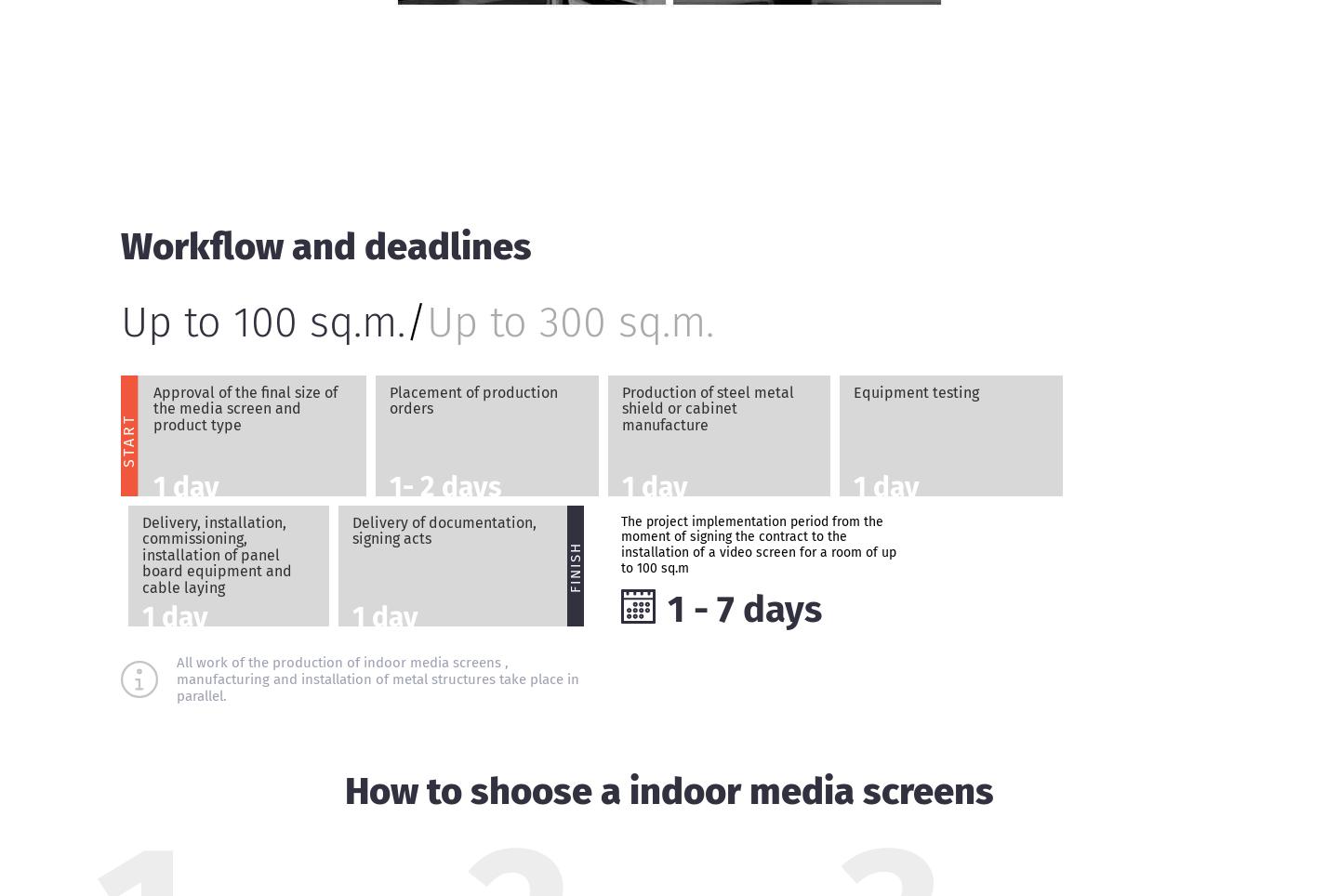 The width and height of the screenshot is (1339, 896). I want to click on 'Up to 300 sq.m.', so click(426, 320).